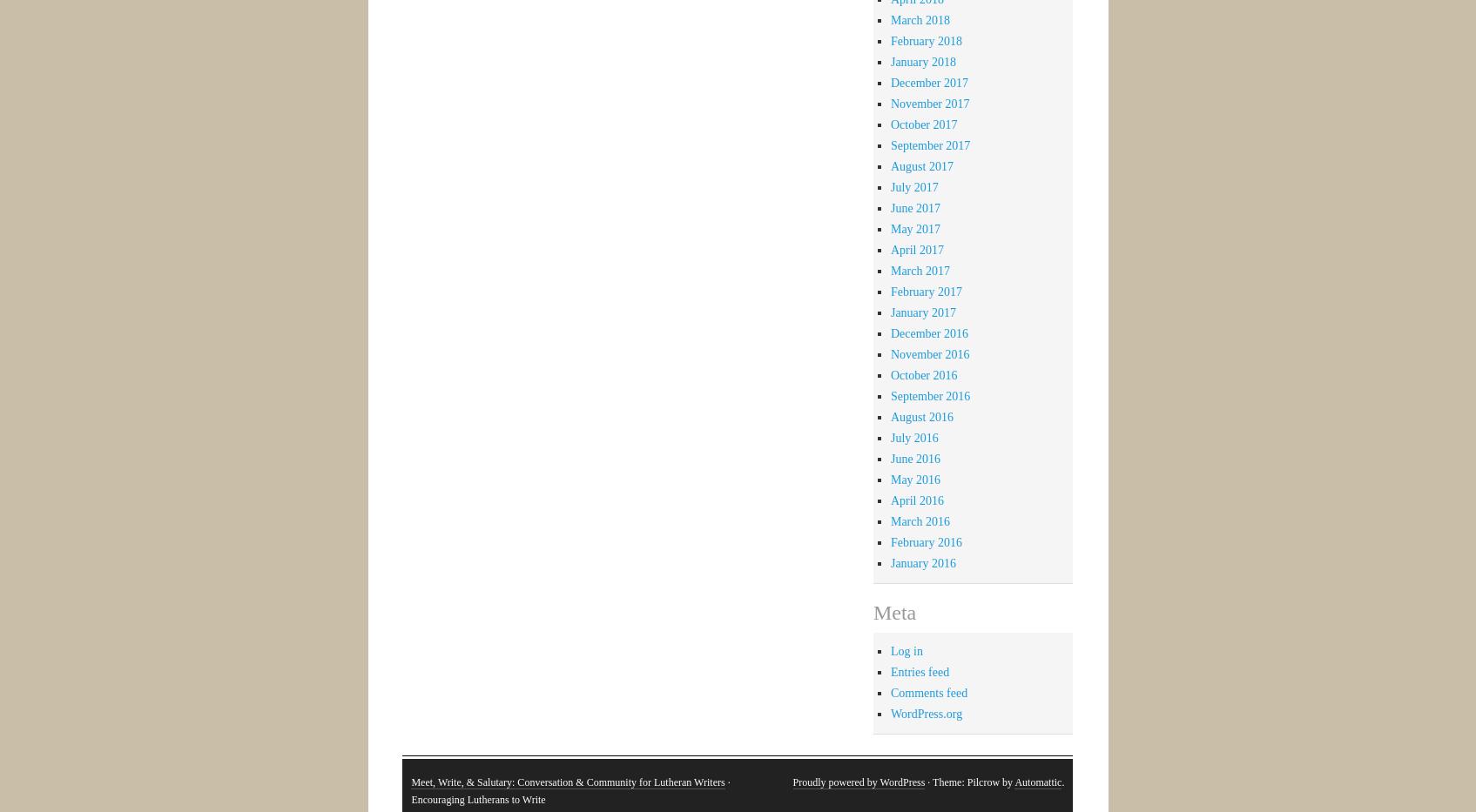 The width and height of the screenshot is (1476, 812). What do you see at coordinates (930, 394) in the screenshot?
I see `'September 2016'` at bounding box center [930, 394].